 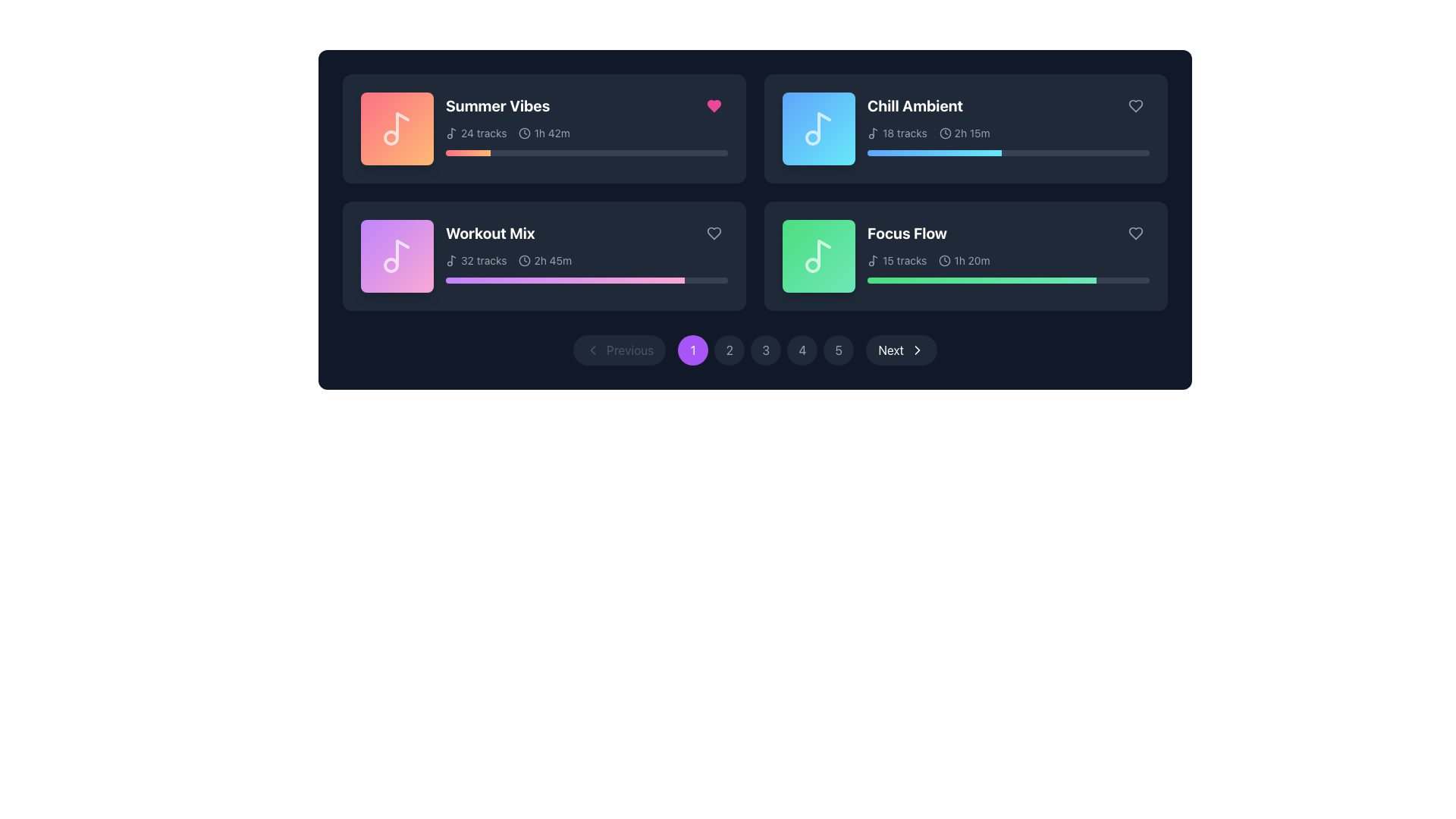 What do you see at coordinates (475, 259) in the screenshot?
I see `the informational Text with icon displaying the number of tracks available, located in the bottom-left card titled 'Workout Mix', positioned above a progress bar` at bounding box center [475, 259].